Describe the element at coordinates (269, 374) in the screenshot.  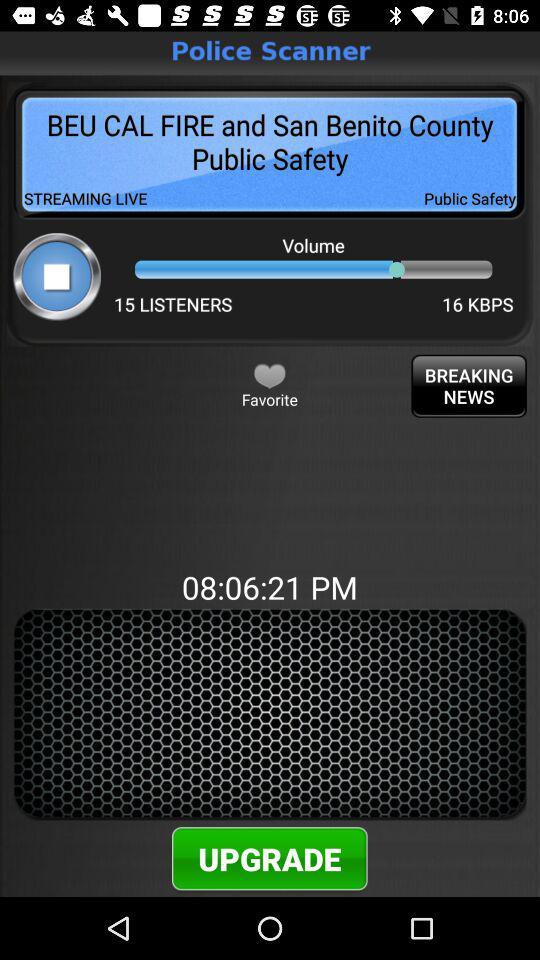
I see `the button to the left of breaking` at that location.